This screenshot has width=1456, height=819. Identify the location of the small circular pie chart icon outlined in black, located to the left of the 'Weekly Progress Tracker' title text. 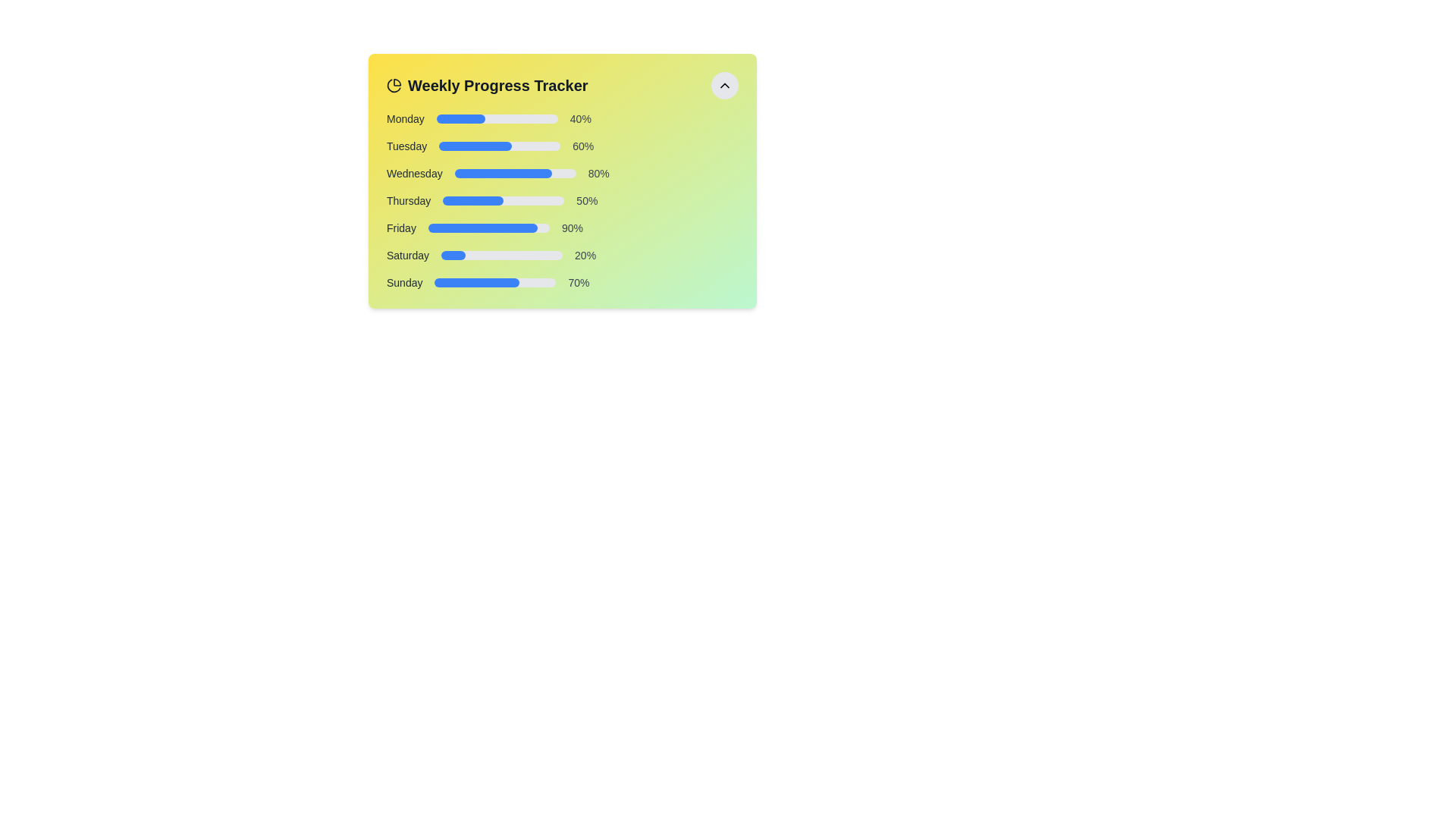
(394, 85).